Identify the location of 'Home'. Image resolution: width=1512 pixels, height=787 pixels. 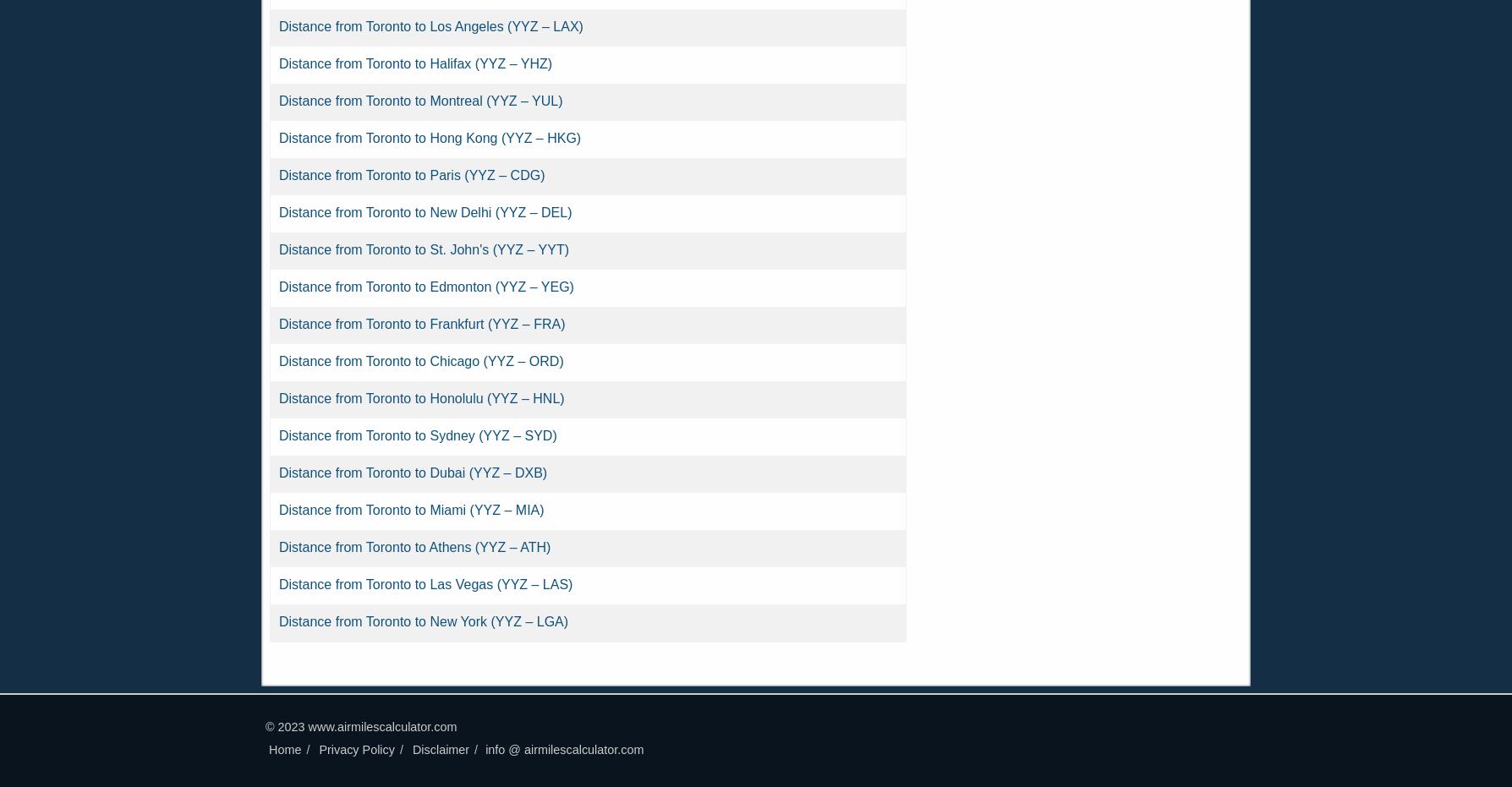
(284, 749).